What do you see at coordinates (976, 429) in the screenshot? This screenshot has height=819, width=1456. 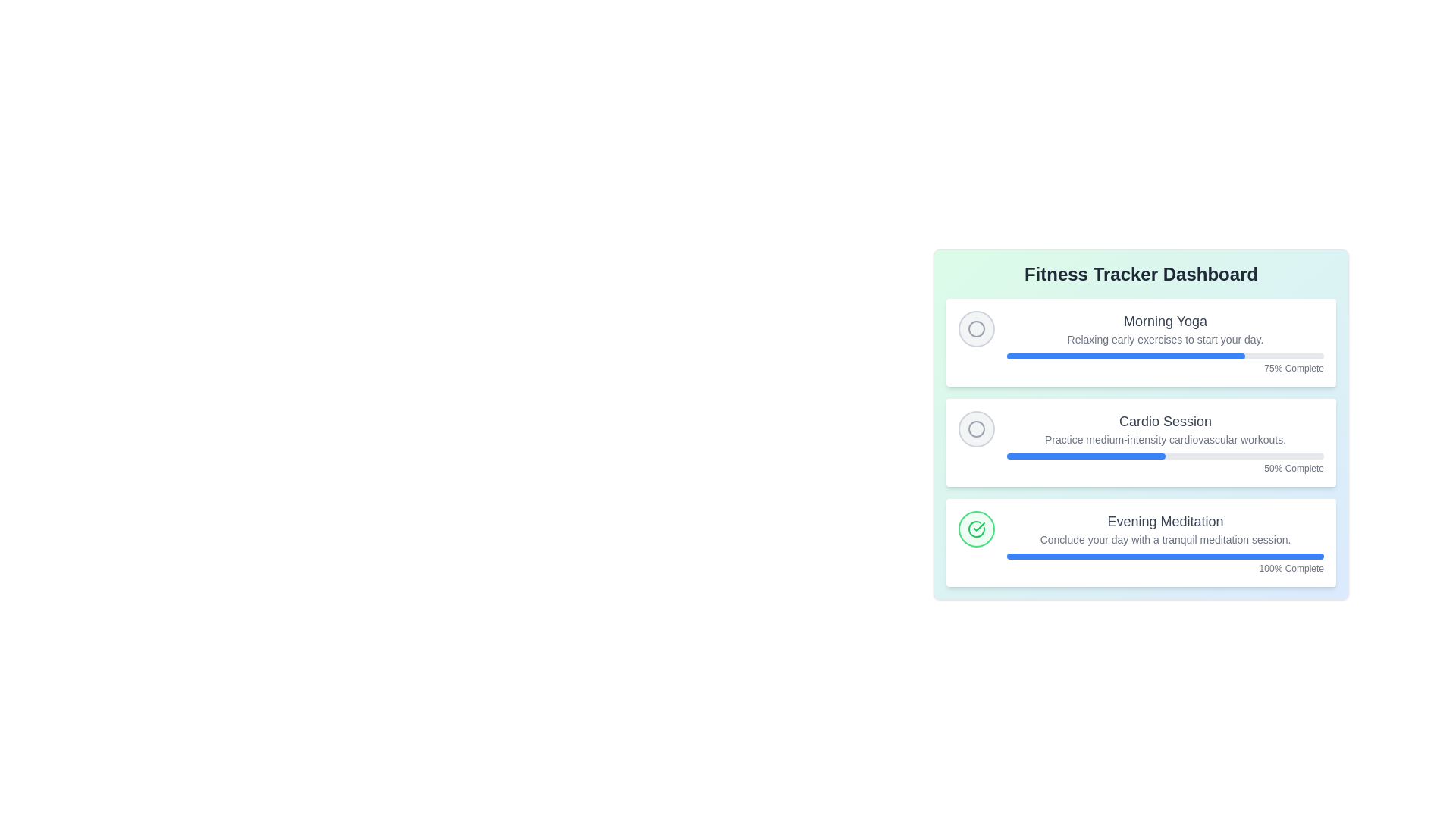 I see `the inner circular dot of the 'Cardio Session' icon on the fitness tracker dashboard interface` at bounding box center [976, 429].